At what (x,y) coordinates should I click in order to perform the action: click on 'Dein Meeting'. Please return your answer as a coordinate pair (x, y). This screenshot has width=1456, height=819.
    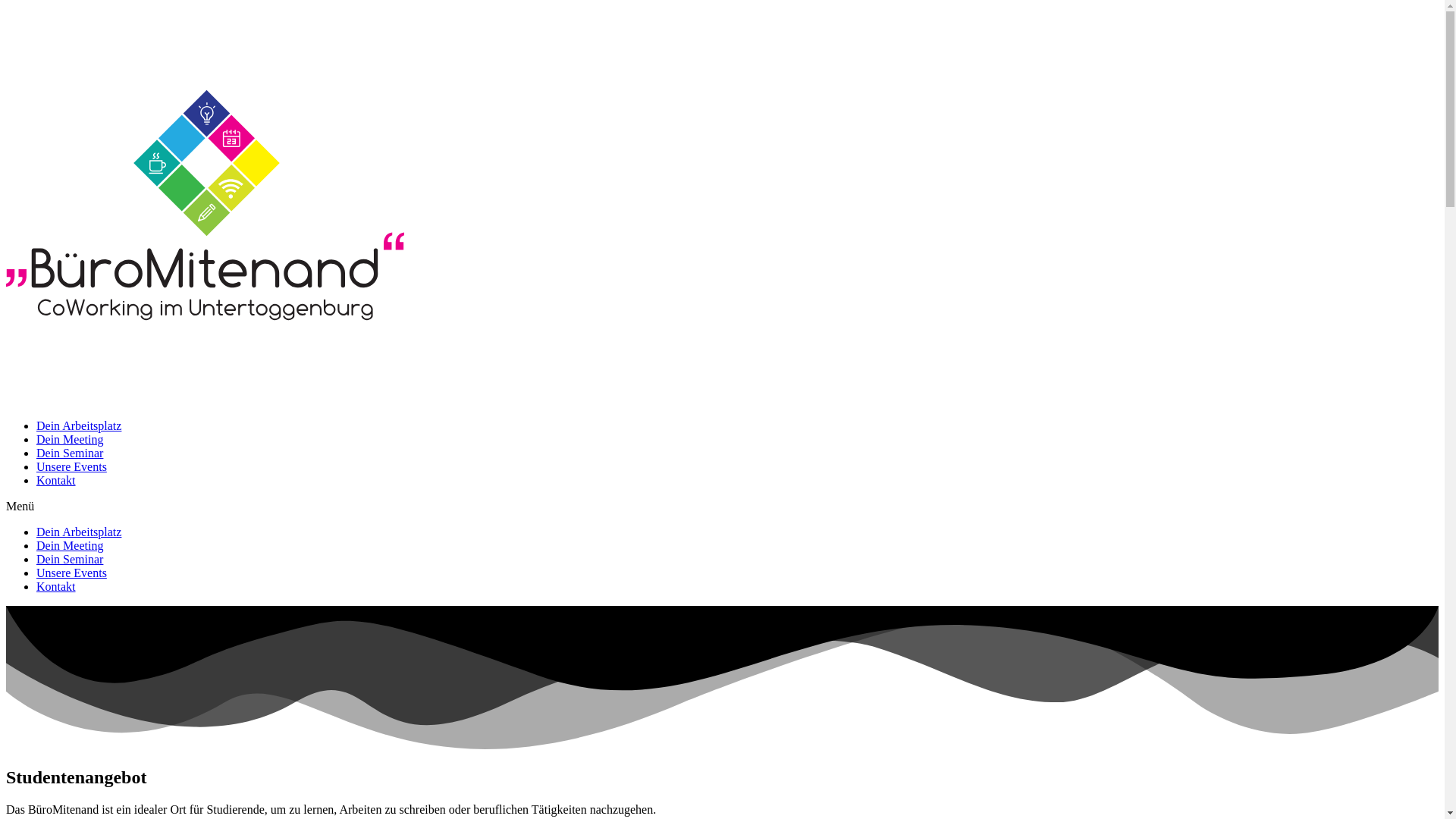
    Looking at the image, I should click on (68, 439).